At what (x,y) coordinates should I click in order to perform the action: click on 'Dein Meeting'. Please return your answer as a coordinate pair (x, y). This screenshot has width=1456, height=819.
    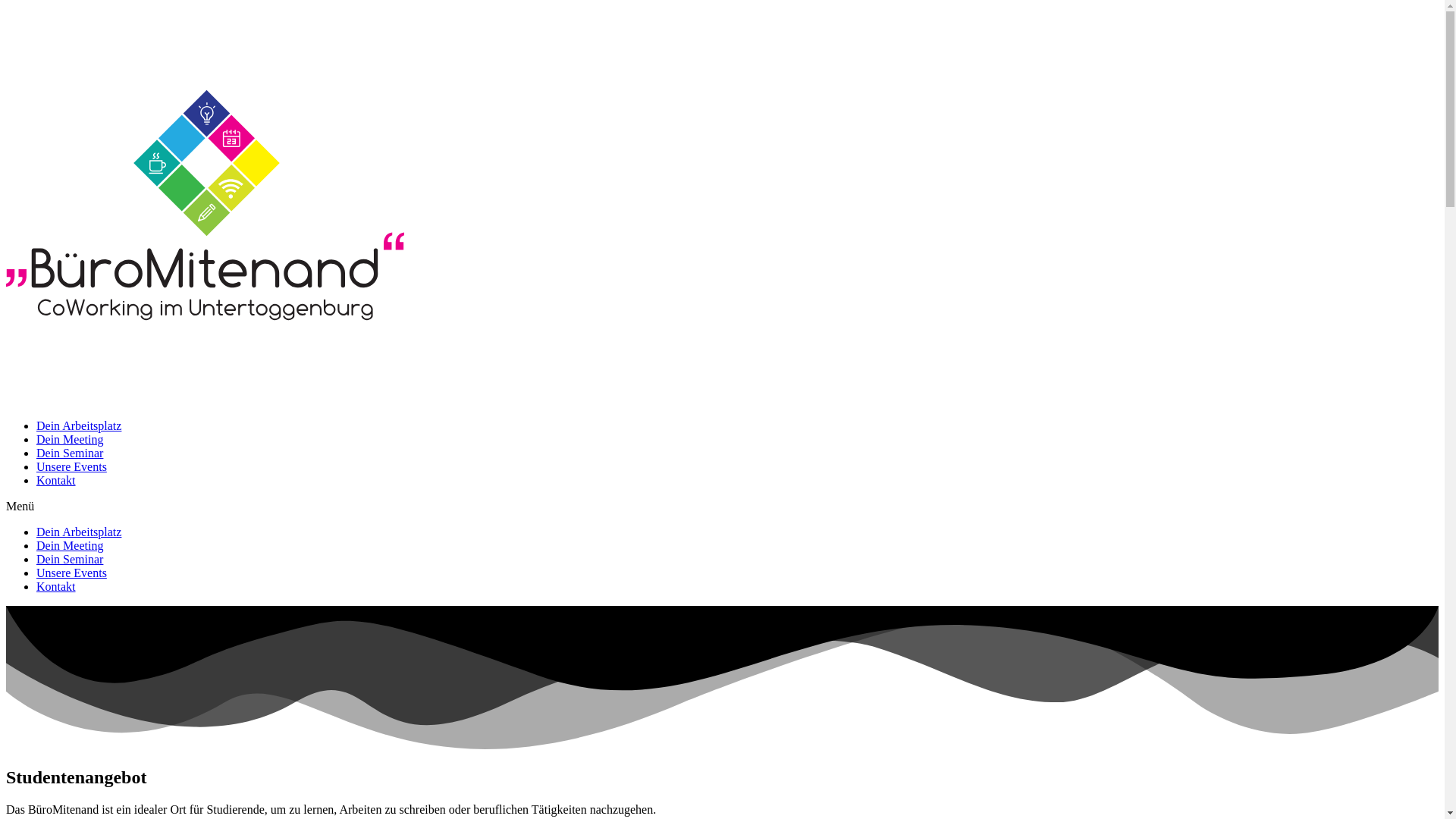
    Looking at the image, I should click on (68, 439).